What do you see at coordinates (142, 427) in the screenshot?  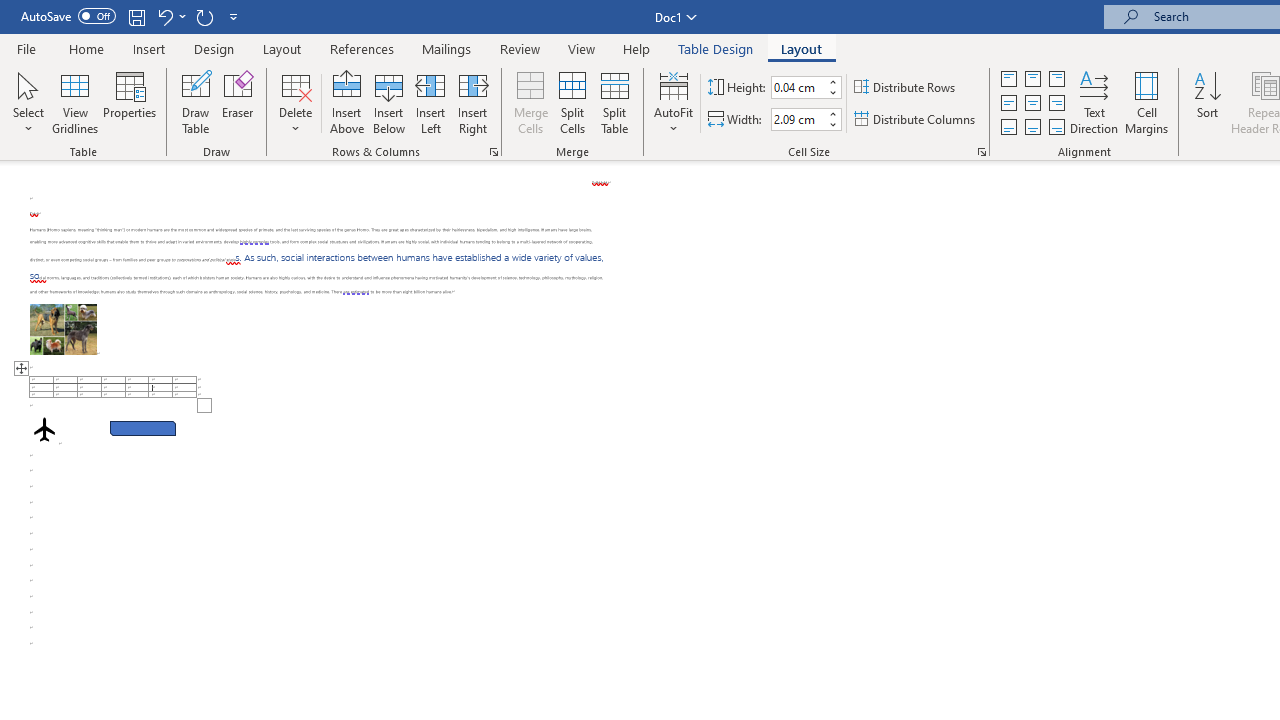 I see `'Rectangle: Diagonal Corners Snipped 2'` at bounding box center [142, 427].